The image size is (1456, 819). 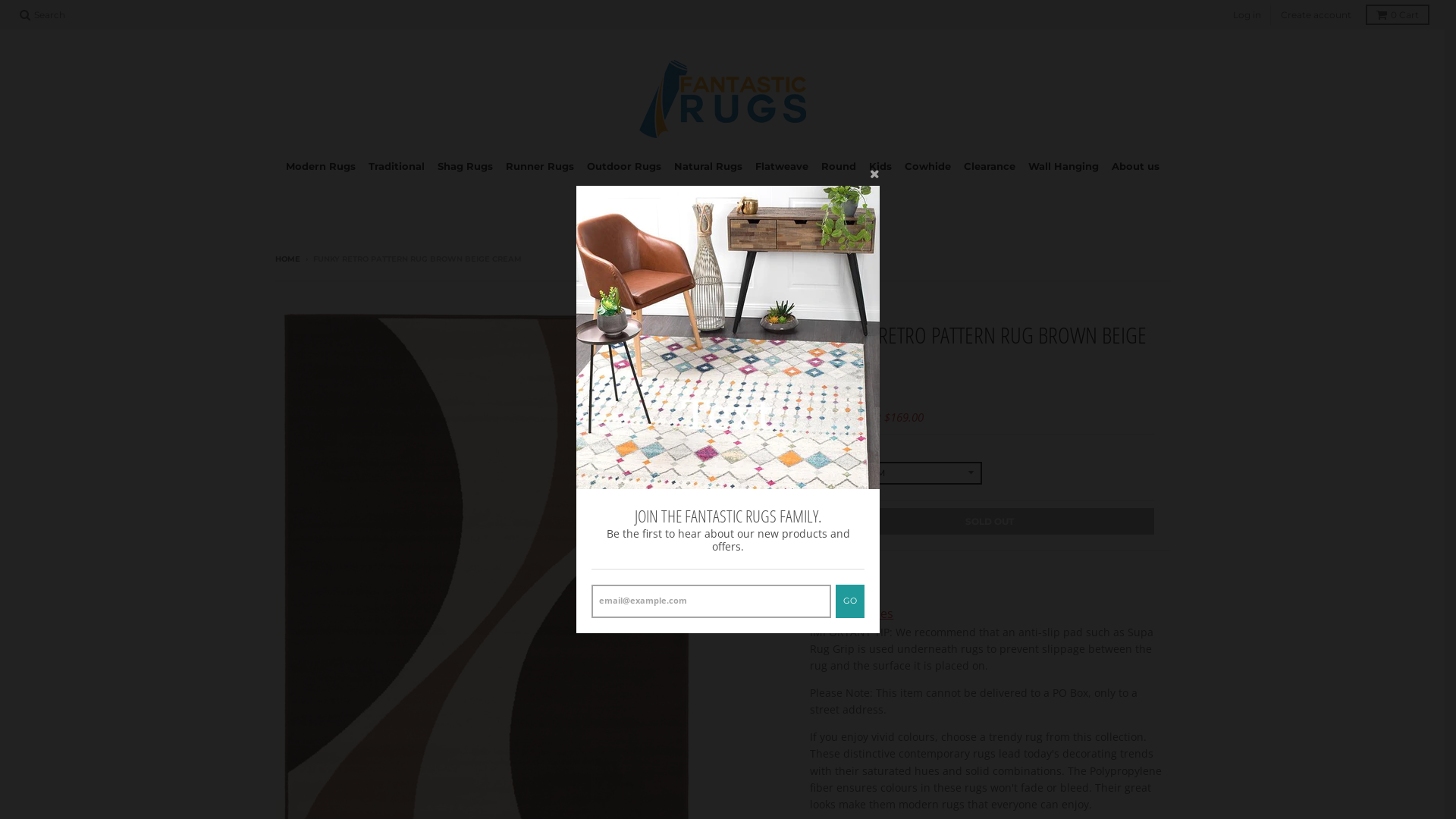 I want to click on 'Traditional', so click(x=396, y=166).